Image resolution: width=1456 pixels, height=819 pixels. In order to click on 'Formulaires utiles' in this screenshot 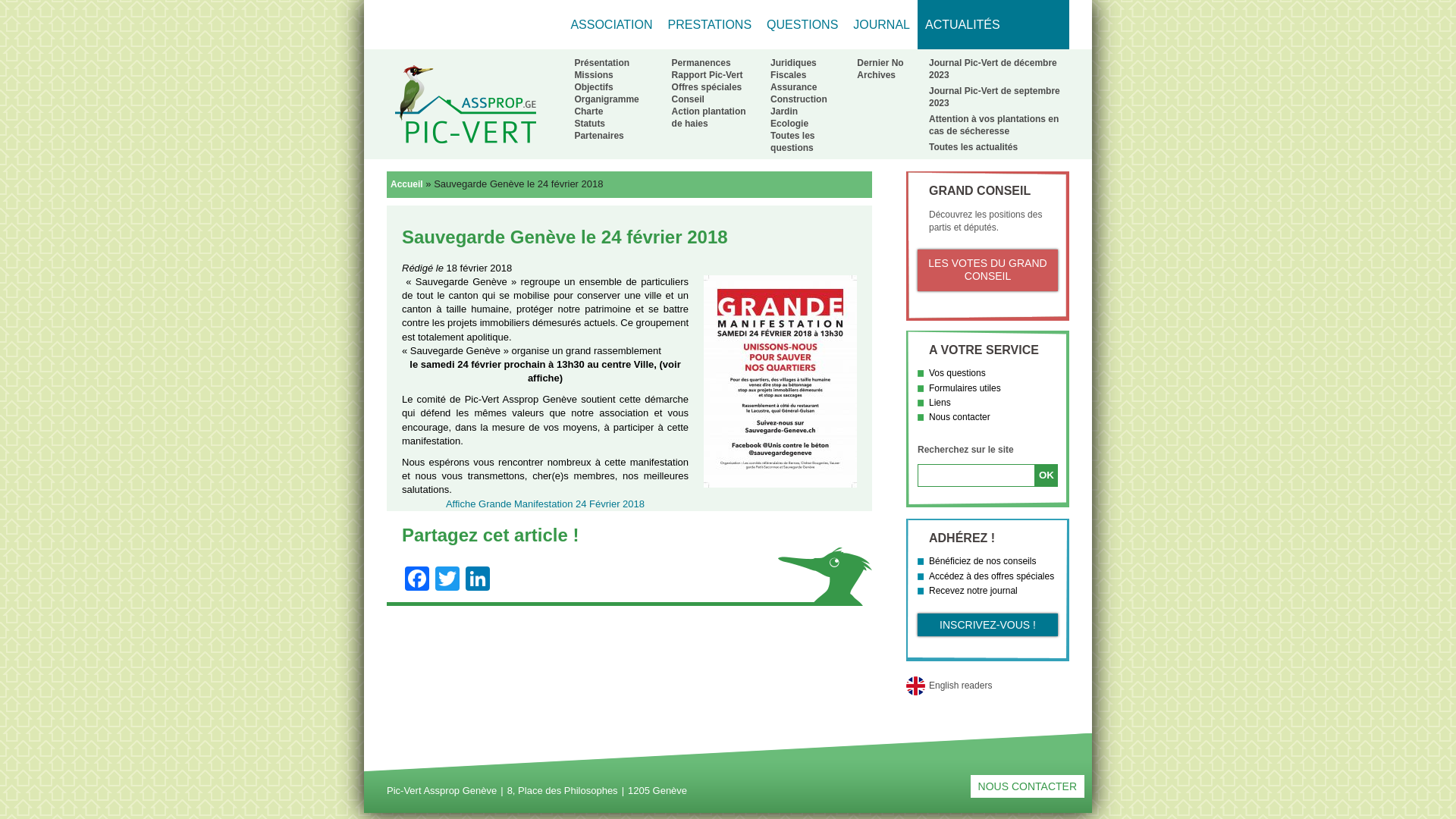, I will do `click(964, 388)`.